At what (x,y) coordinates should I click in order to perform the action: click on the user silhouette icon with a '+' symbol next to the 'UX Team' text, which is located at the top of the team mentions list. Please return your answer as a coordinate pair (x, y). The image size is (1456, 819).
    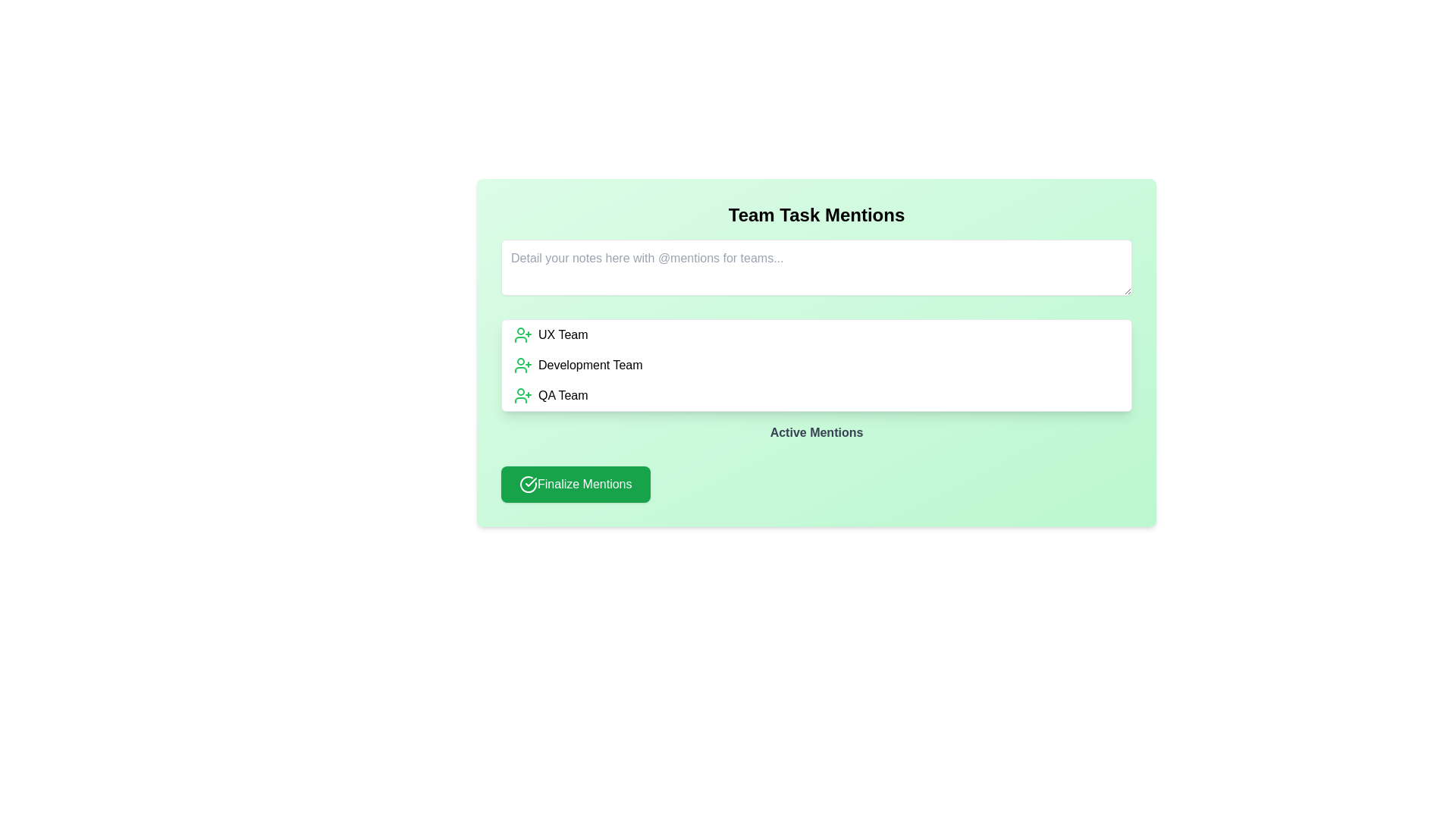
    Looking at the image, I should click on (523, 334).